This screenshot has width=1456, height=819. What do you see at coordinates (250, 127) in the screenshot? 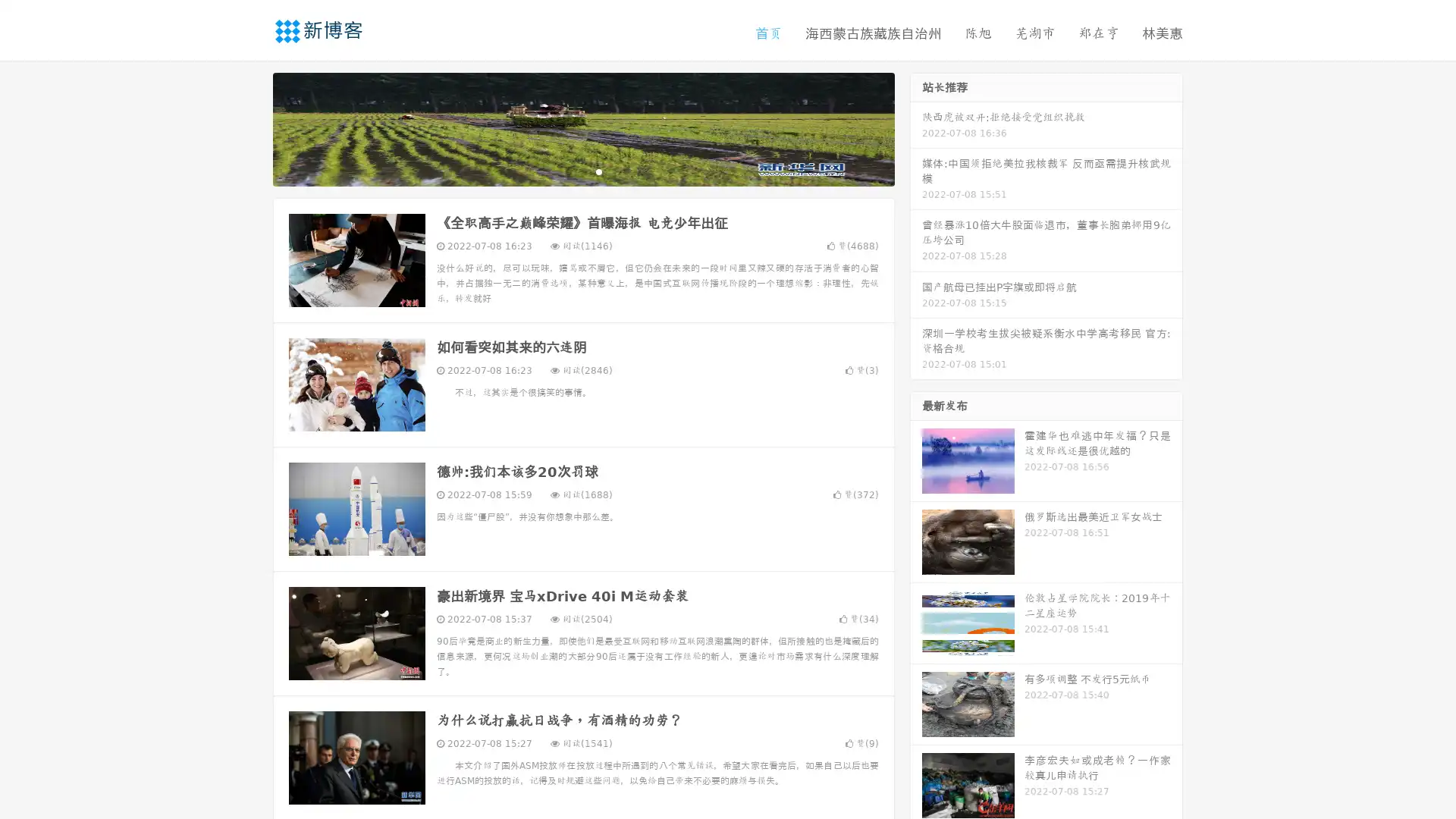
I see `Previous slide` at bounding box center [250, 127].